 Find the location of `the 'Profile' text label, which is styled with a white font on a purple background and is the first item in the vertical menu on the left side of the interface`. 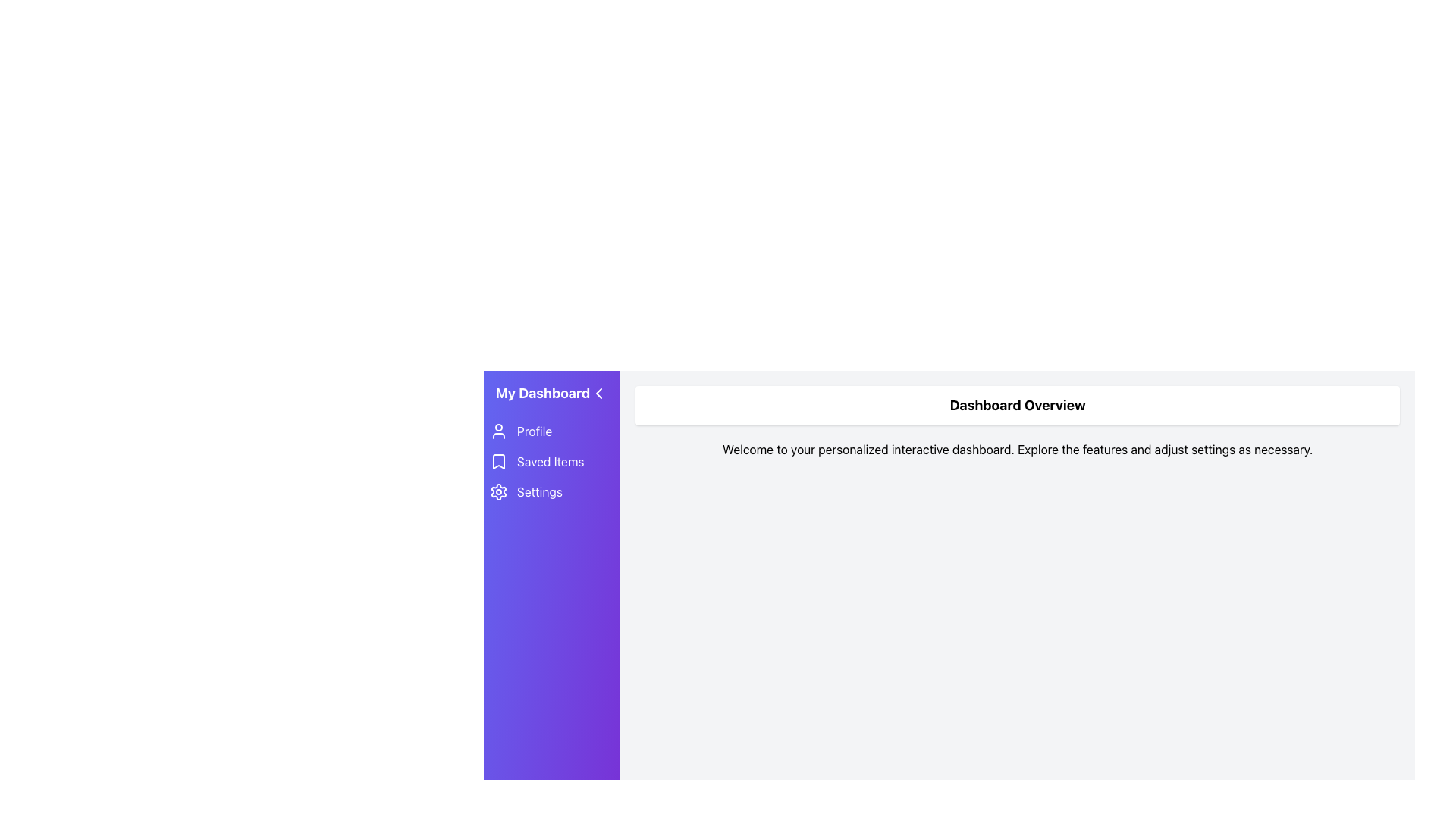

the 'Profile' text label, which is styled with a white font on a purple background and is the first item in the vertical menu on the left side of the interface is located at coordinates (535, 431).